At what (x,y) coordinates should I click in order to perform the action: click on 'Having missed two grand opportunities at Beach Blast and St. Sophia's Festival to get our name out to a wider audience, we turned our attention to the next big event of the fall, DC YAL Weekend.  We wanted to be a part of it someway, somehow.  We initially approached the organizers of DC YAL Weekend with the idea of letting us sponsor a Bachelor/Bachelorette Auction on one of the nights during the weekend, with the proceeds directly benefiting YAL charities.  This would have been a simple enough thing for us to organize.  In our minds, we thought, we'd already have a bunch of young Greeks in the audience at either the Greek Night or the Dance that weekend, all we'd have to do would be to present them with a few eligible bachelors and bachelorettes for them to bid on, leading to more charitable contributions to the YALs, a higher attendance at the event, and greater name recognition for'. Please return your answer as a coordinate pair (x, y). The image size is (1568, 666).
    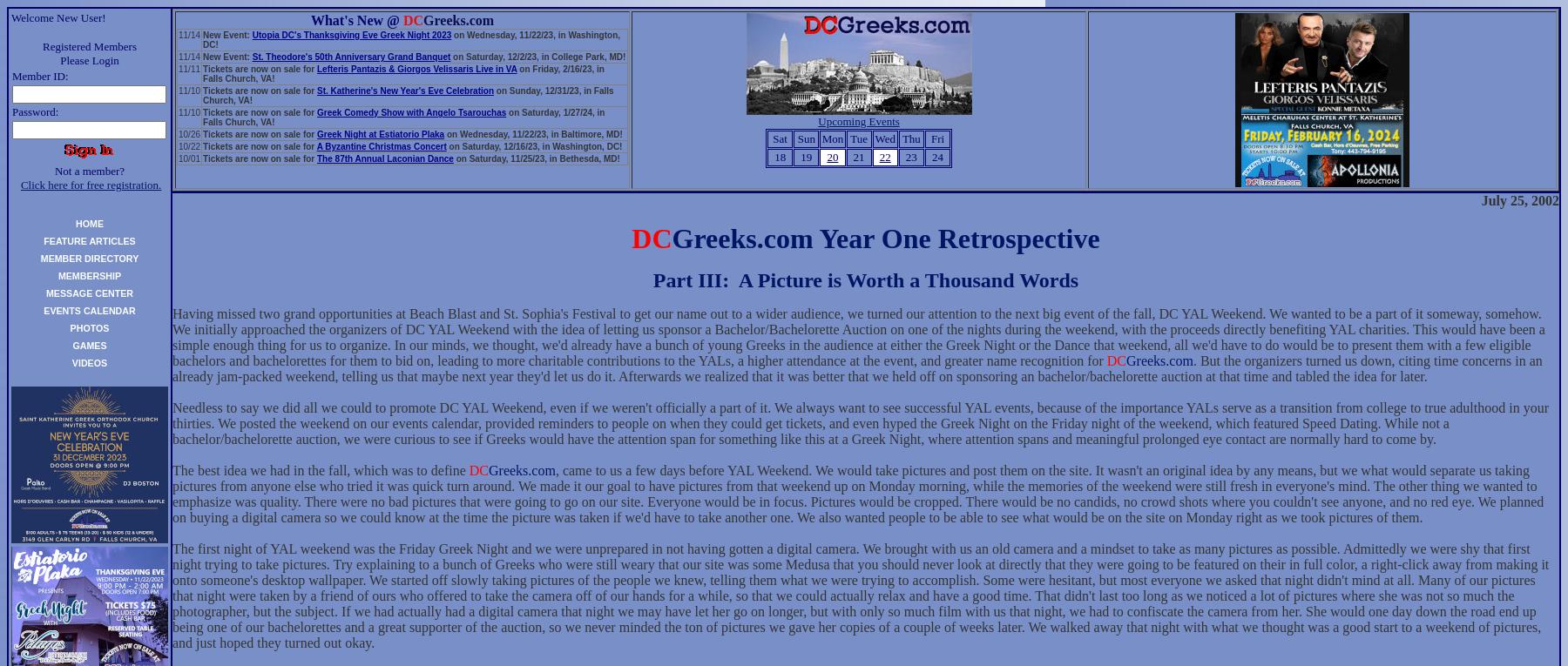
    Looking at the image, I should click on (857, 337).